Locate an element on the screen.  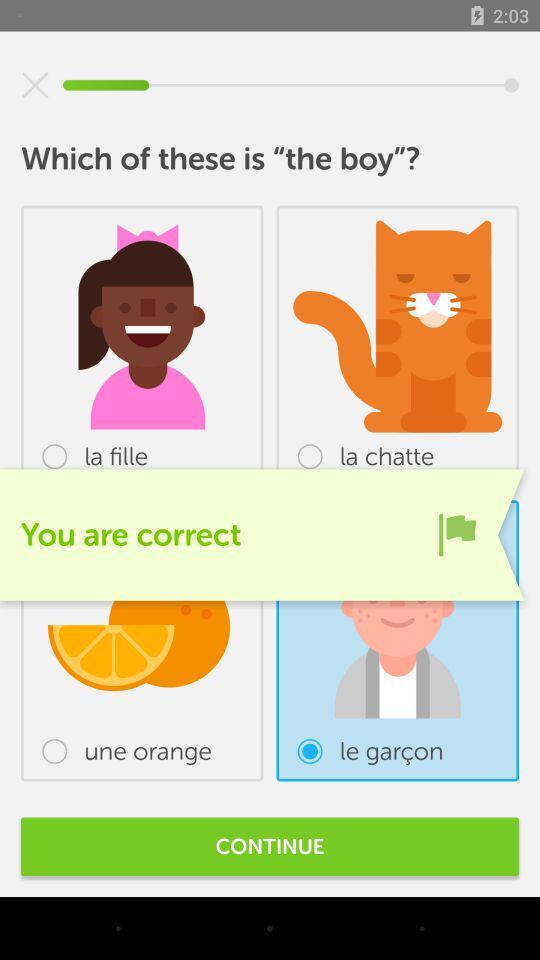
item above the which of these is located at coordinates (35, 85).